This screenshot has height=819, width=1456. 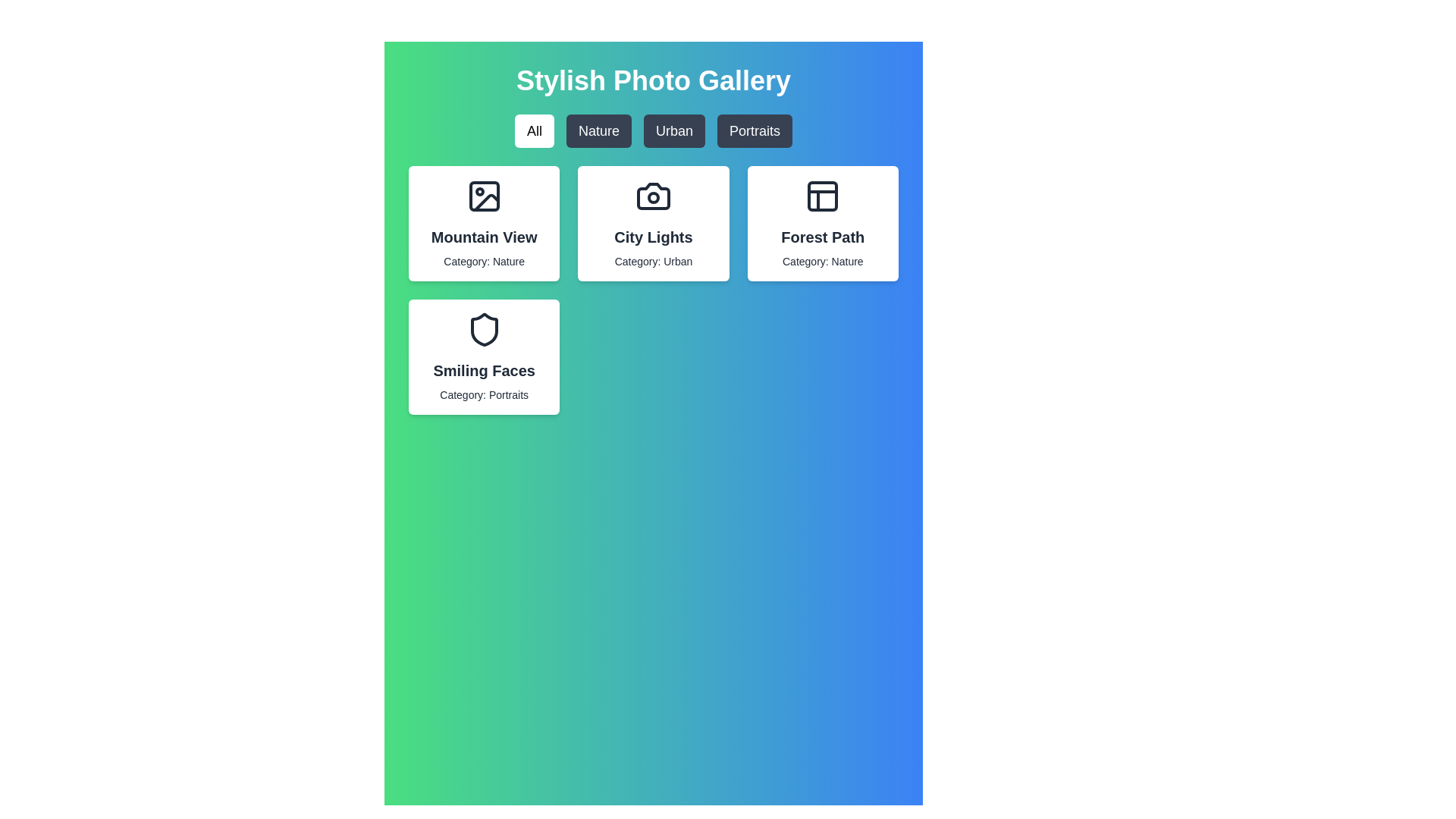 What do you see at coordinates (822, 237) in the screenshot?
I see `the title text element that describes the content of the card in the second row and third column of the grid layout` at bounding box center [822, 237].